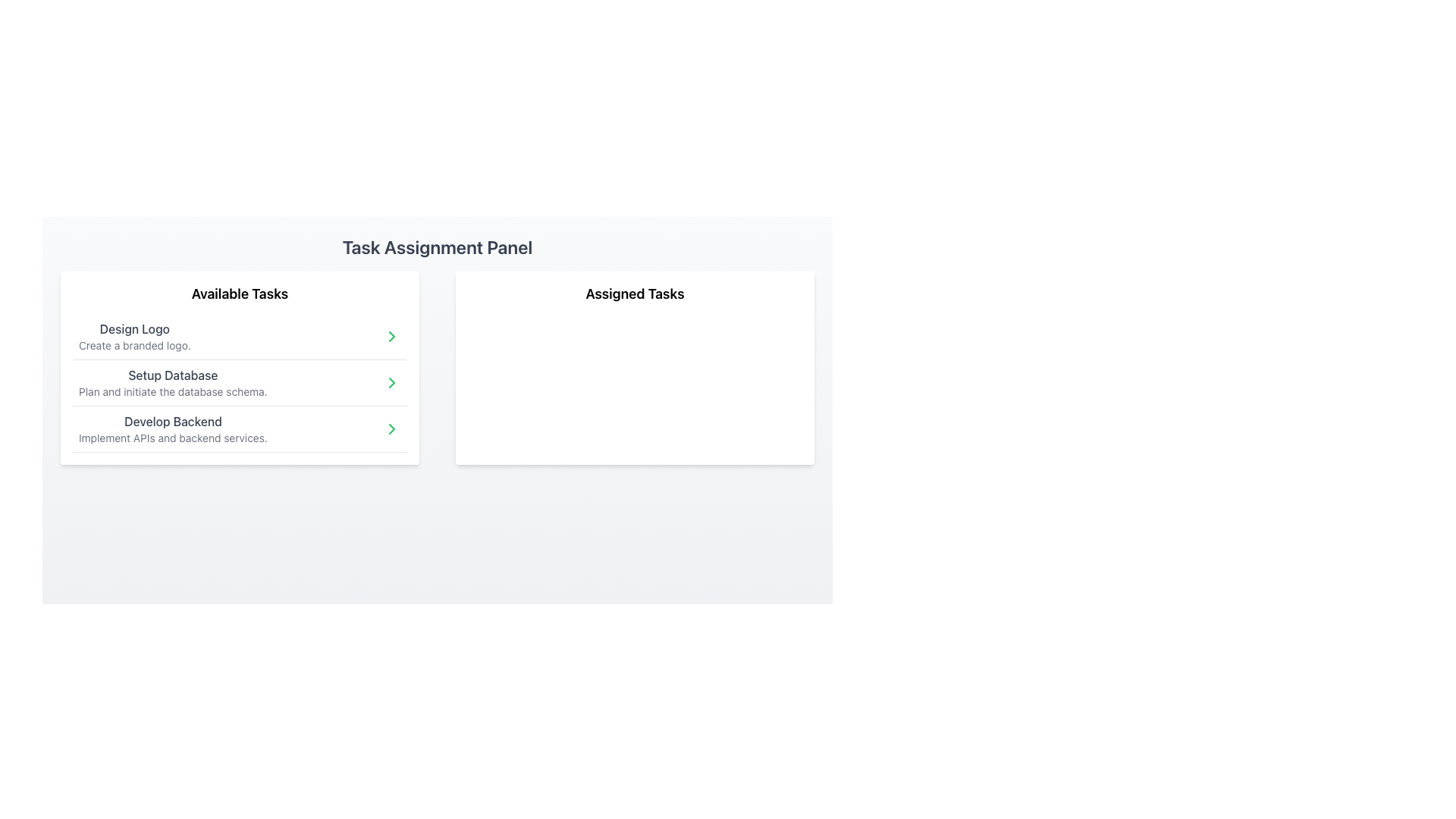 The height and width of the screenshot is (819, 1456). What do you see at coordinates (239, 294) in the screenshot?
I see `the static text element that serves as a section title for the list of tasks available for assignment, located at the top center of the white card on the left side of the interface` at bounding box center [239, 294].